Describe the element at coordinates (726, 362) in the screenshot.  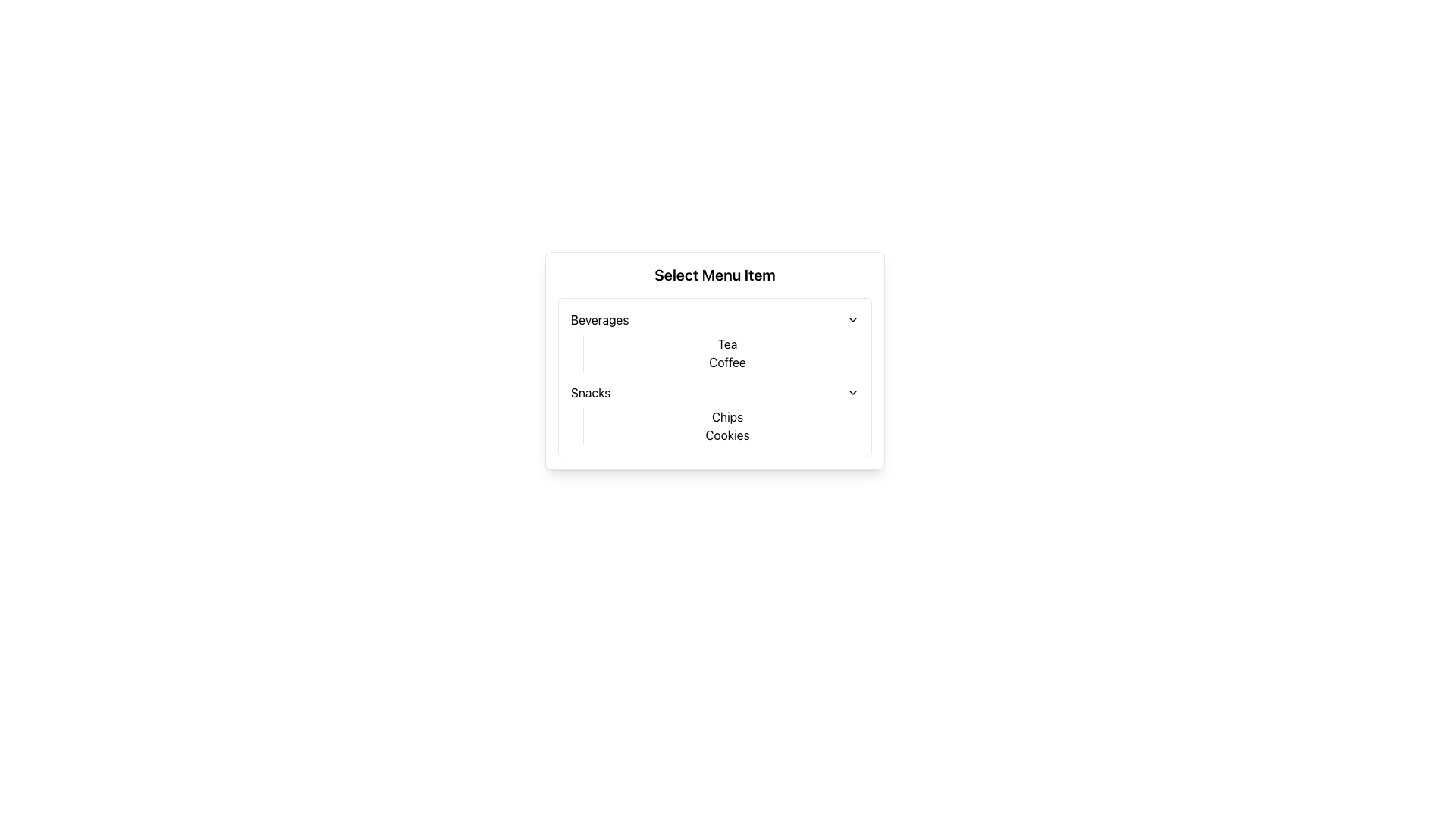
I see `the 'Coffee' label, which is a text label styled in sans-serif font, located under the 'Tea' label in the 'Beverages' section of the dropdown menu titled 'Select Menu Item'` at that location.